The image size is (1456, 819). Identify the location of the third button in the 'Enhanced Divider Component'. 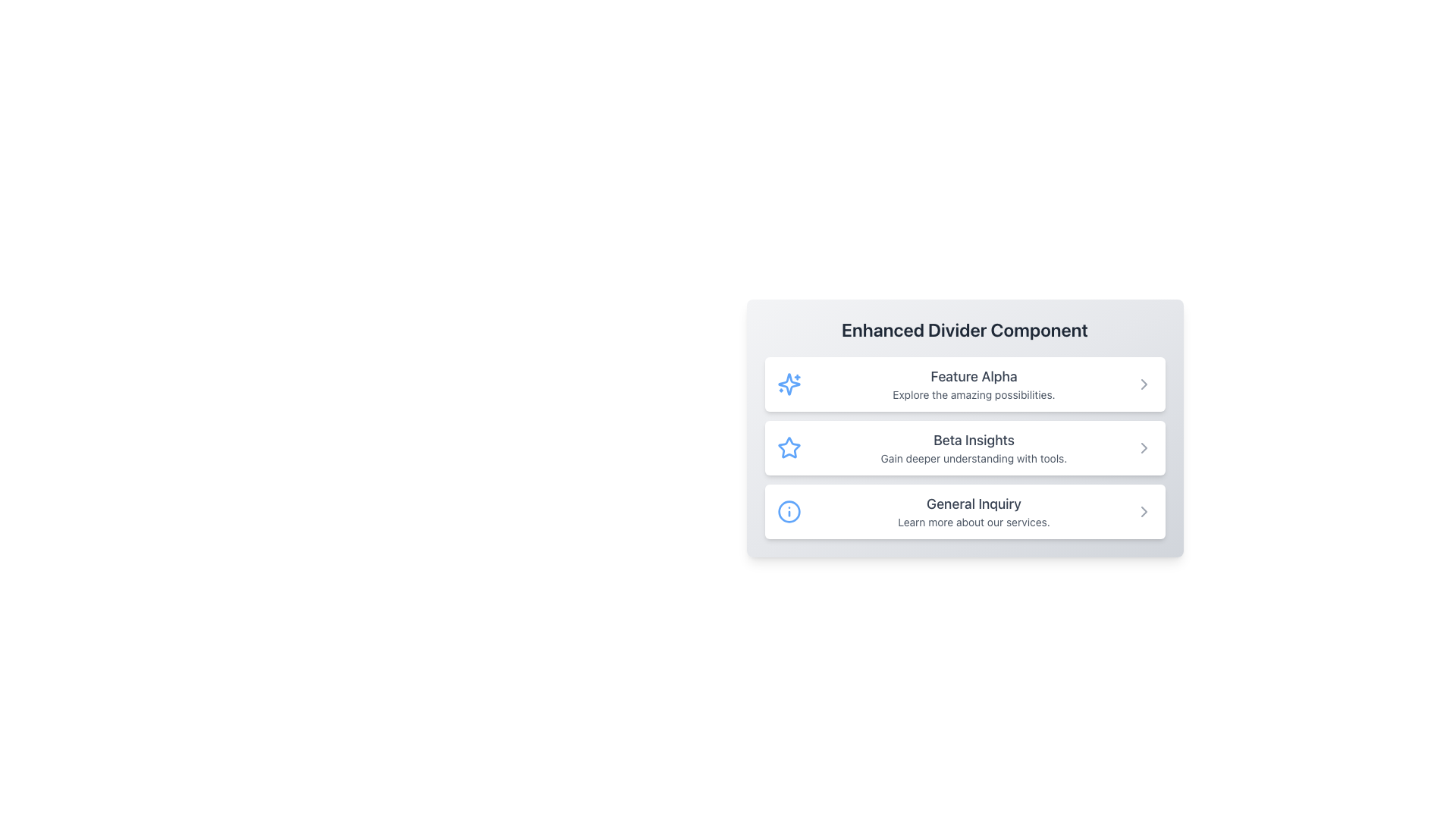
(964, 512).